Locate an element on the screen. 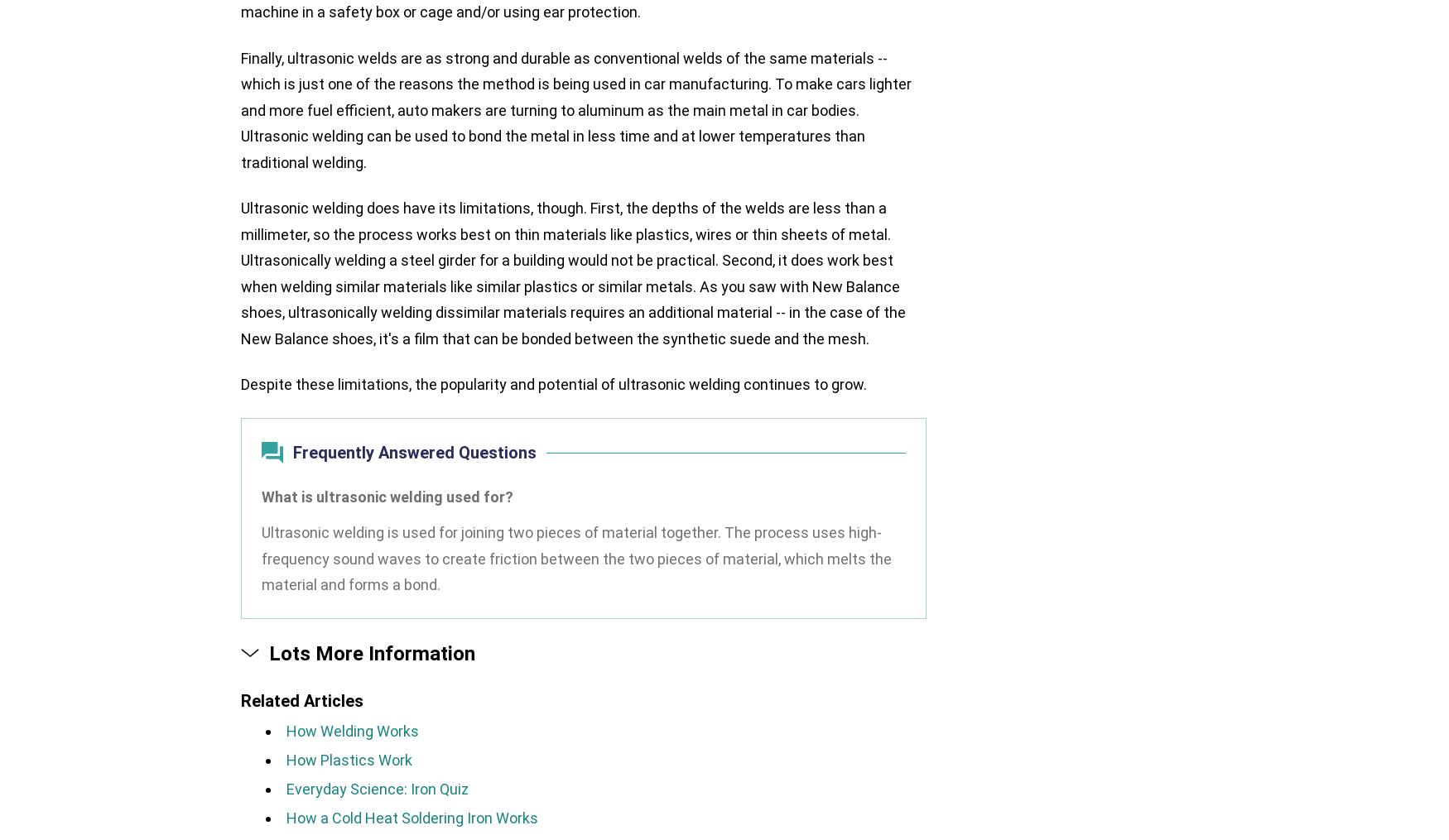  'Everyday Science: Iron Quiz' is located at coordinates (378, 788).